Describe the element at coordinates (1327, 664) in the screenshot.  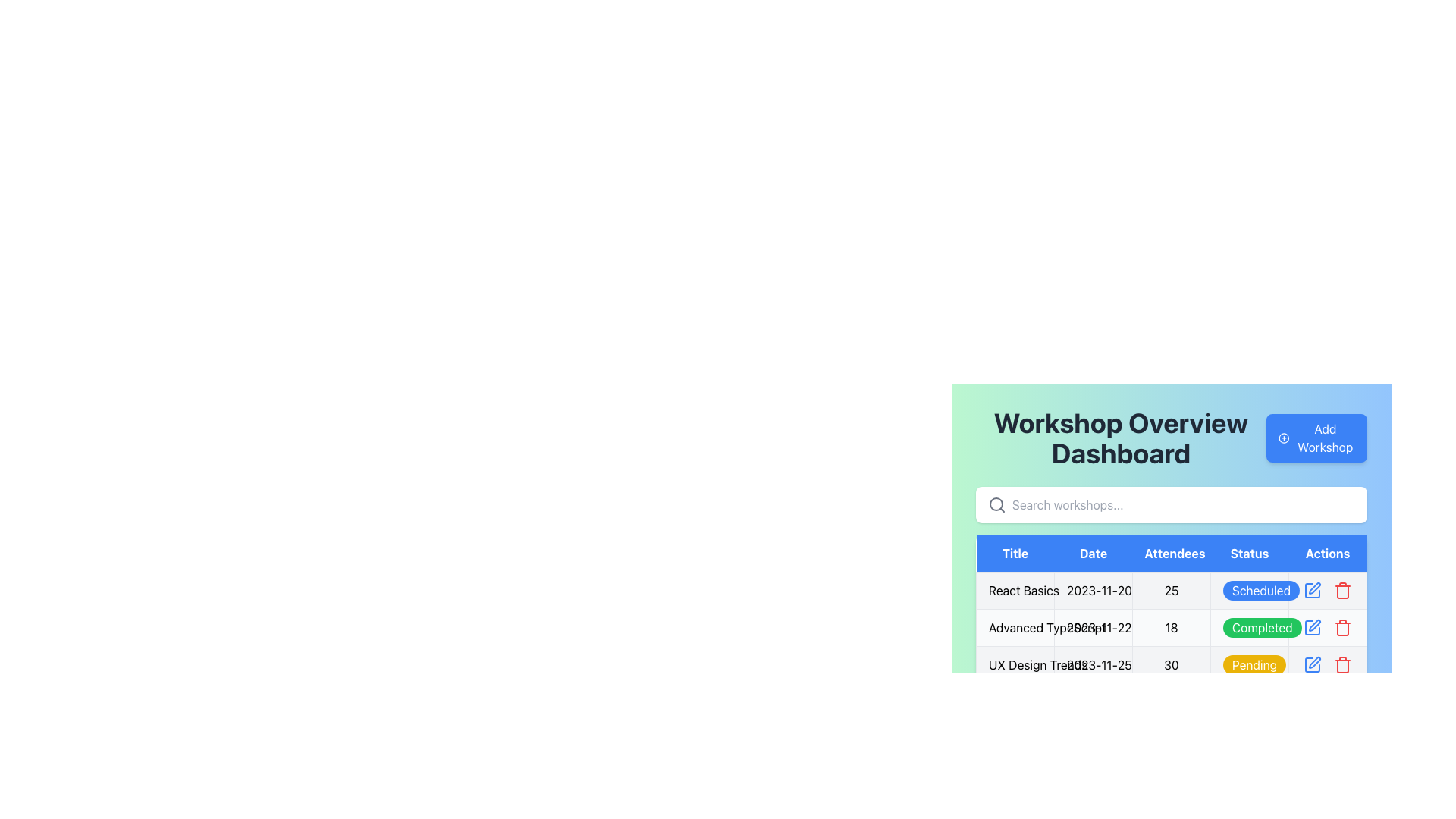
I see `the red trash icon in the horizontal group of action icons within the 'Actions' column for the 'UX Design Toolkit' entry` at that location.